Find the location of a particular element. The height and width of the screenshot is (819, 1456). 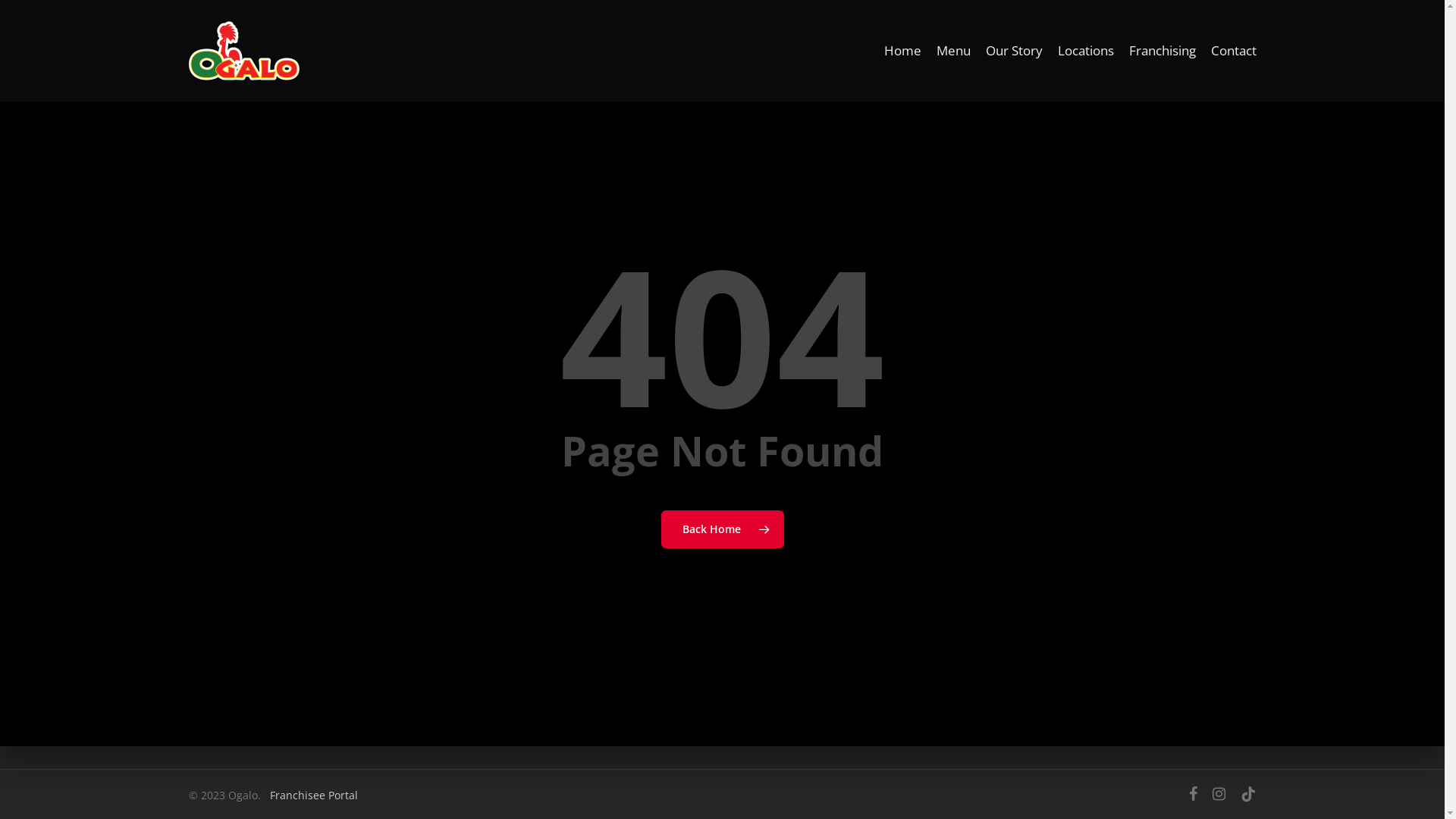

'Back Home' is located at coordinates (661, 529).